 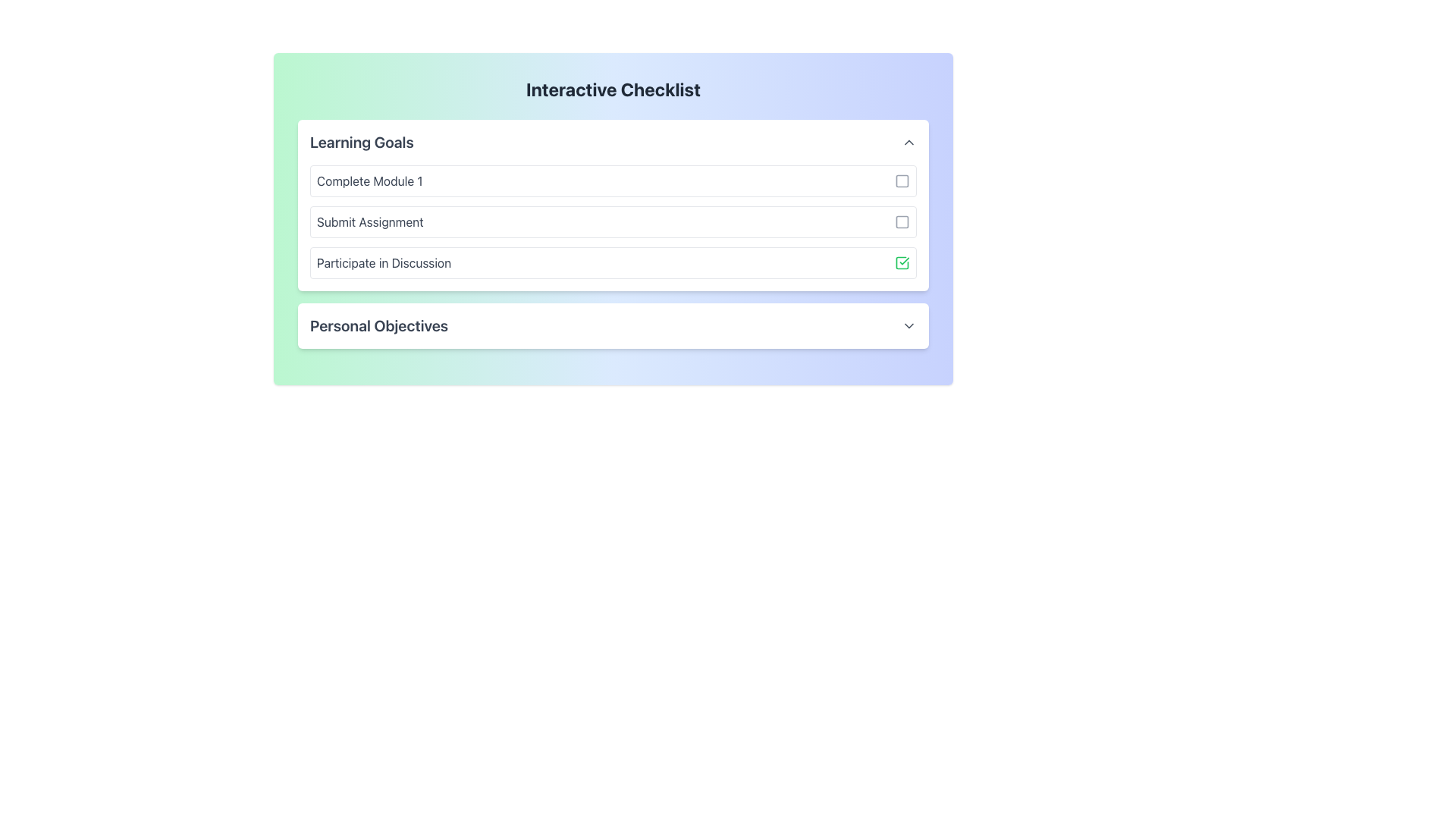 What do you see at coordinates (902, 222) in the screenshot?
I see `the checkbox located at the far right of the 'Submit Assignment' row` at bounding box center [902, 222].